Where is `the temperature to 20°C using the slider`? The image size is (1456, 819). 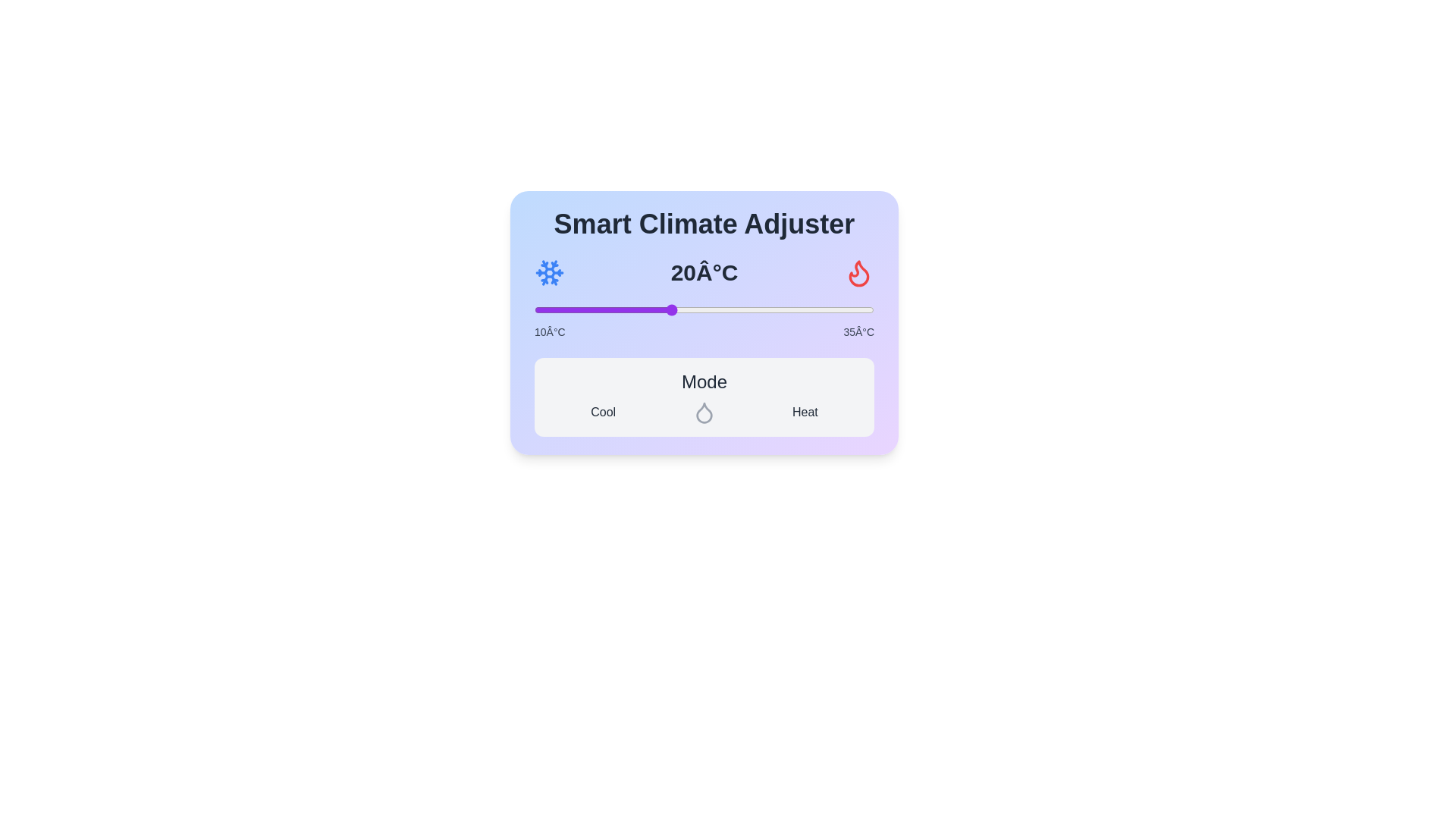 the temperature to 20°C using the slider is located at coordinates (670, 309).